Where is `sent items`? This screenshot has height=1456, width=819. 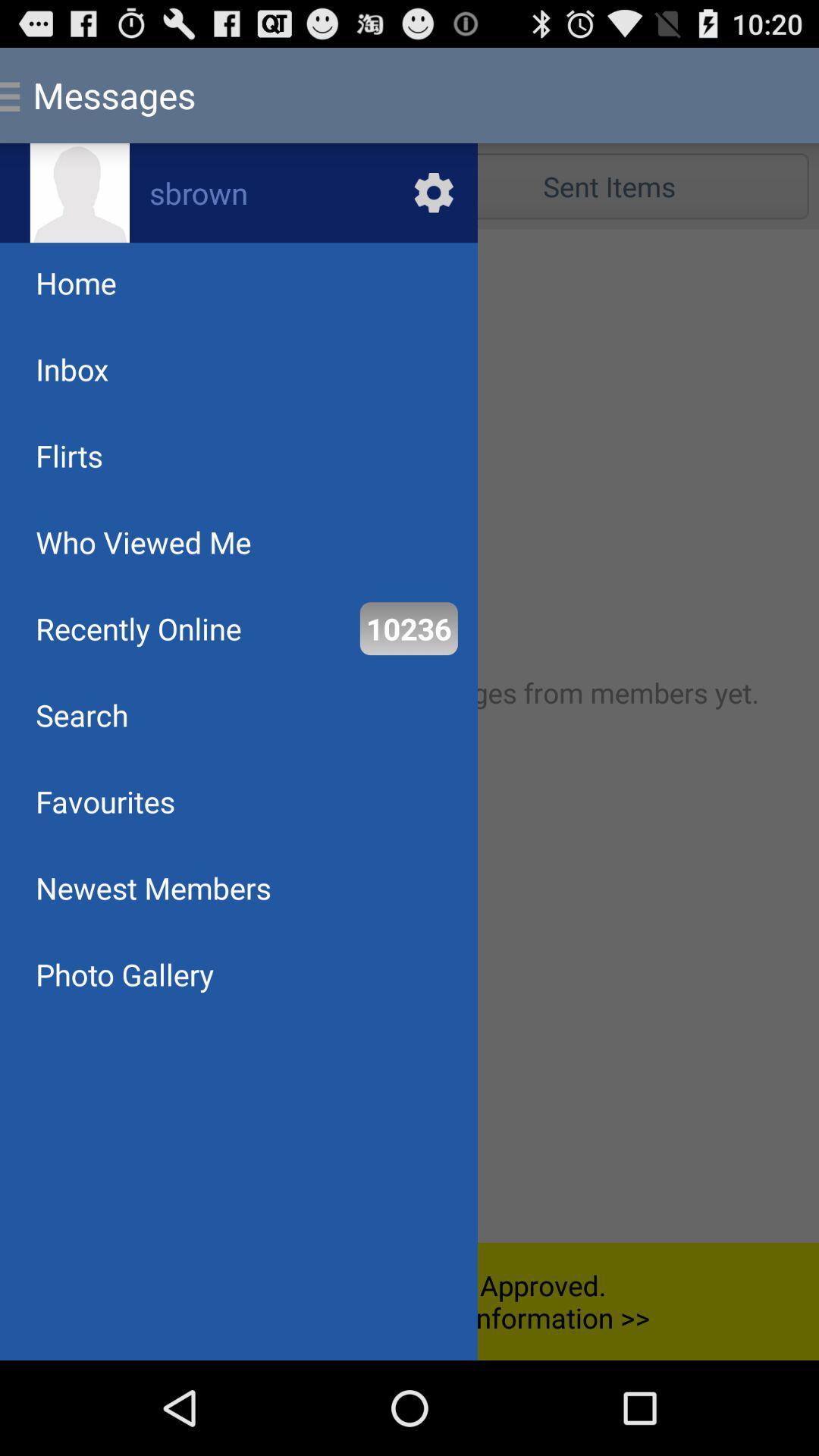
sent items is located at coordinates (608, 185).